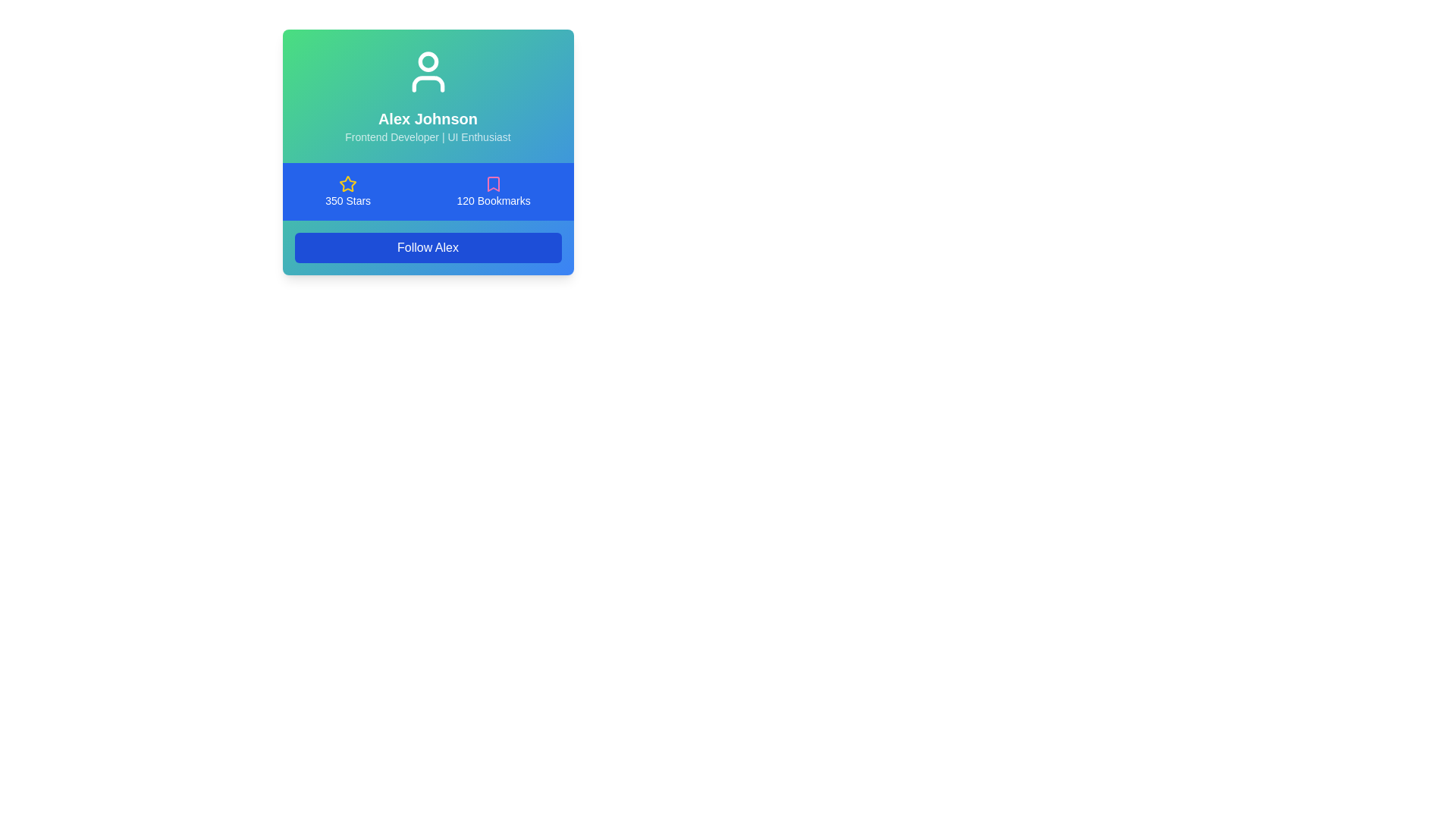  Describe the element at coordinates (494, 184) in the screenshot. I see `the bookmarks icon, which visually represents the bookmarks feature and is centrally positioned to the right of '350 Stars' and above '120 Bookmarks'` at that location.